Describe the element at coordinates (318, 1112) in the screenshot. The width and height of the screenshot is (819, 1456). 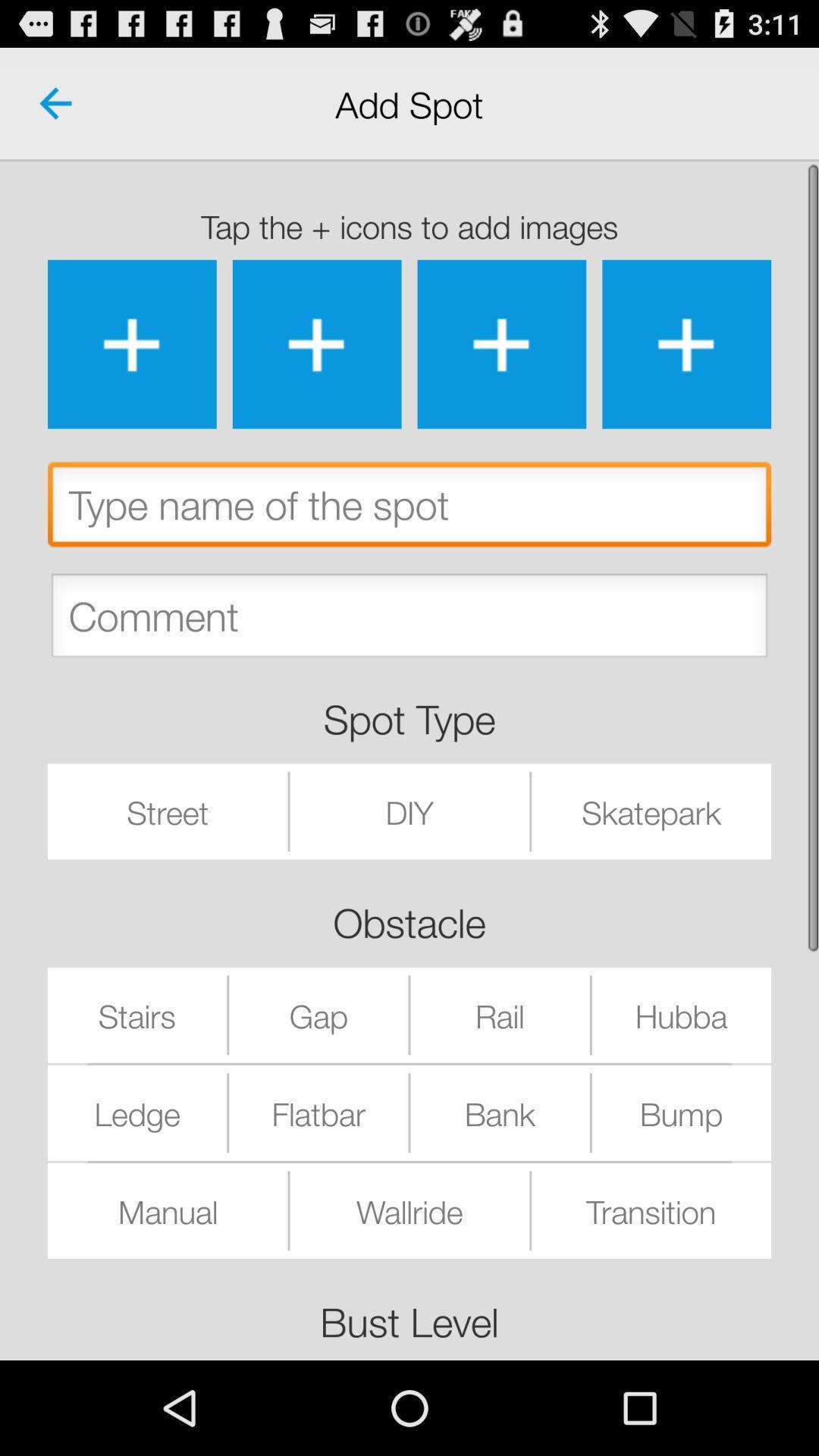
I see `the flatbar` at that location.